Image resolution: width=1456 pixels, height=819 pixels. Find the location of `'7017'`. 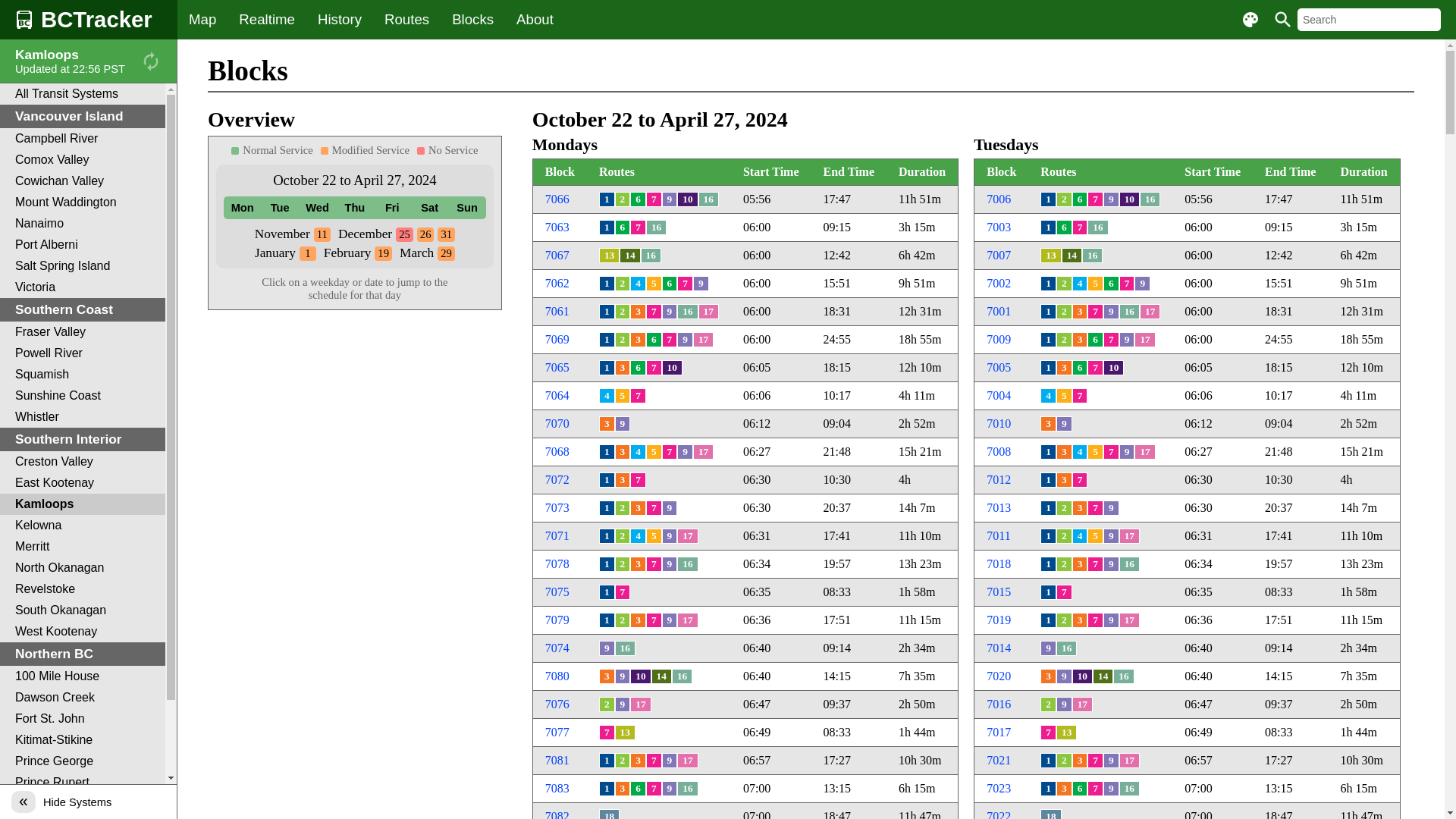

'7017' is located at coordinates (986, 731).